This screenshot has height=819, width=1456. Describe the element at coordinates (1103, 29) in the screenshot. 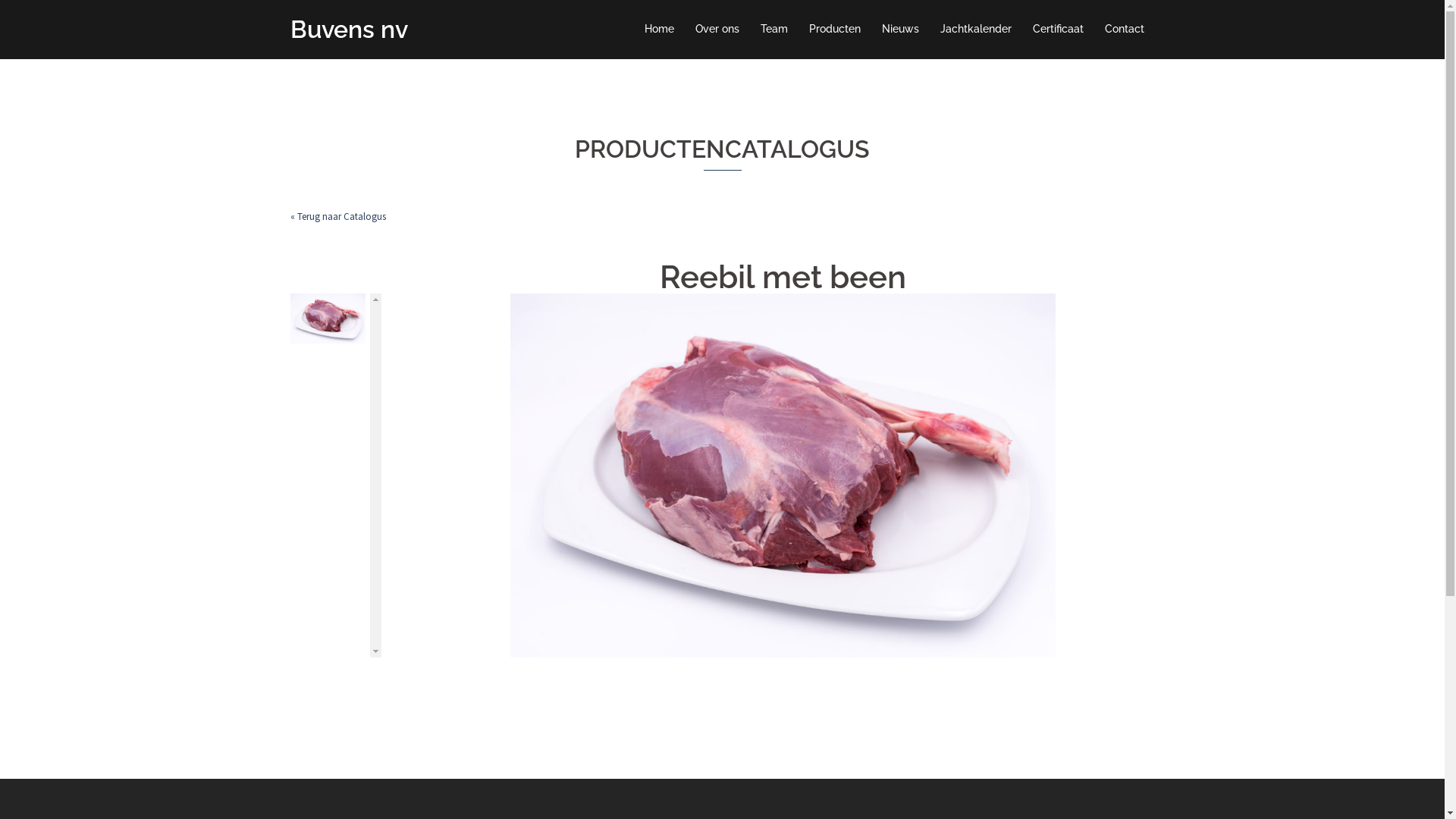

I see `'Contact'` at that location.